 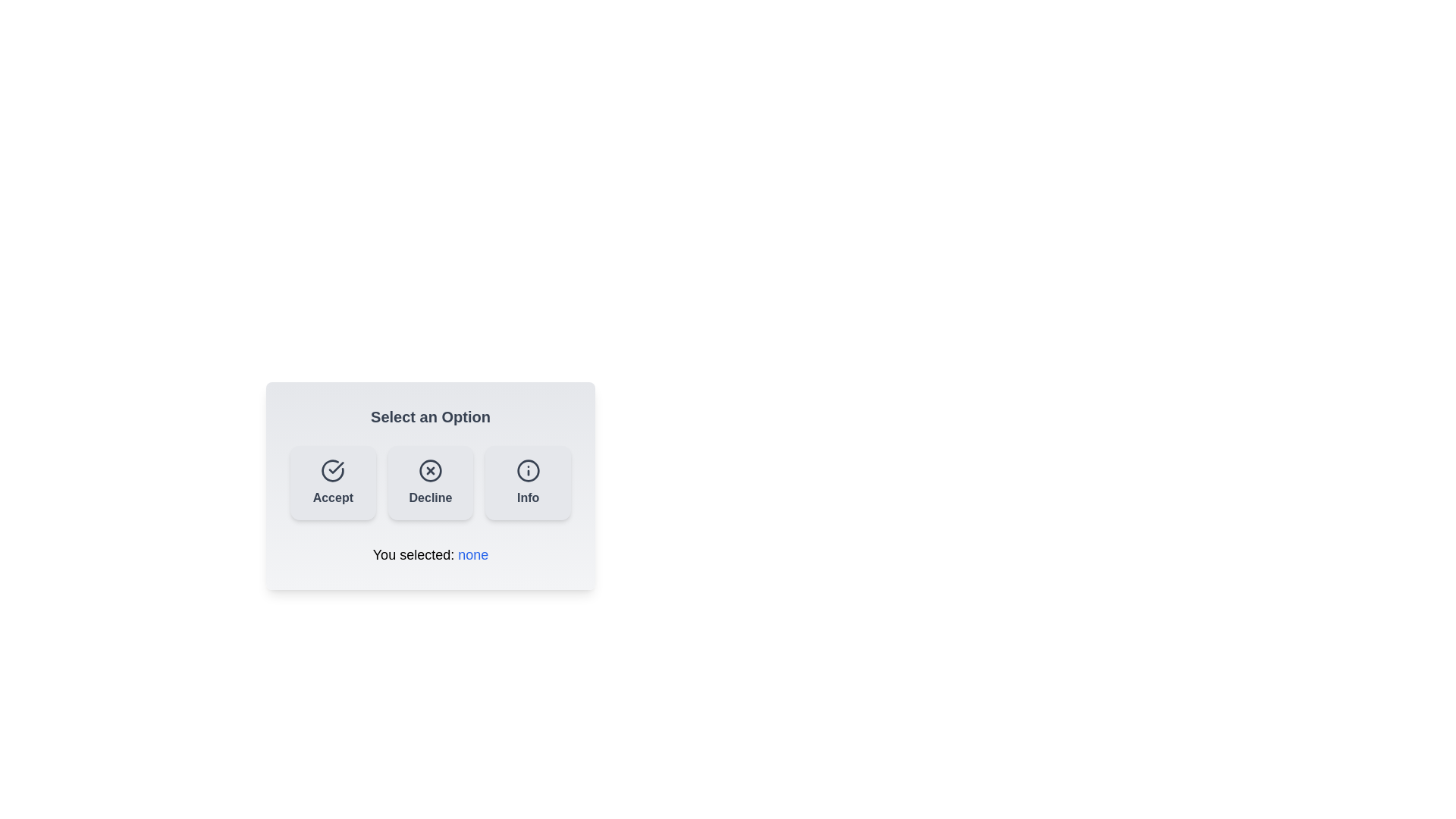 What do you see at coordinates (331, 482) in the screenshot?
I see `the 'Accept' button to select the 'Accept' option` at bounding box center [331, 482].